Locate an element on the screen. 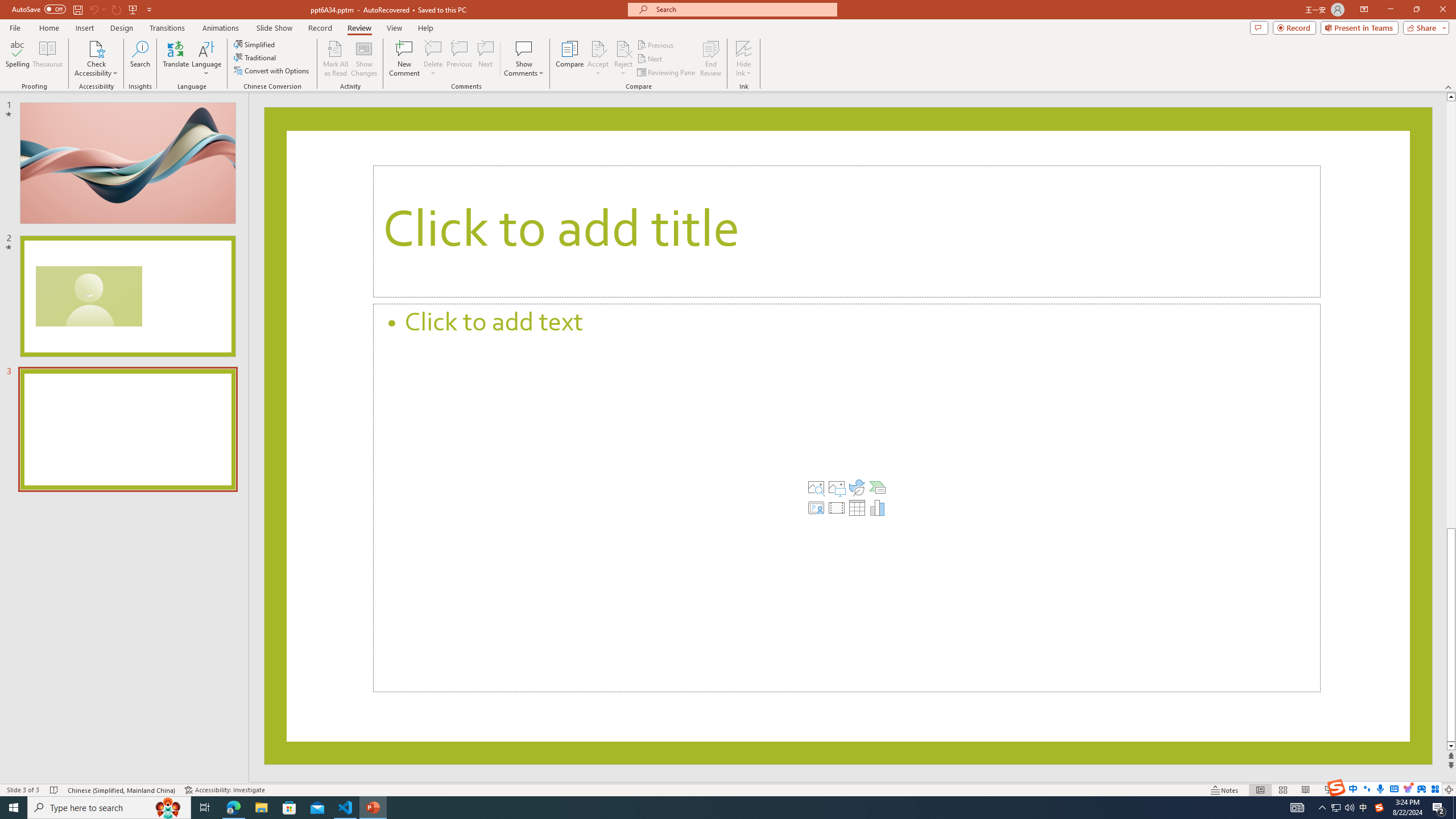 The width and height of the screenshot is (1456, 819). 'Delete' is located at coordinates (433, 59).